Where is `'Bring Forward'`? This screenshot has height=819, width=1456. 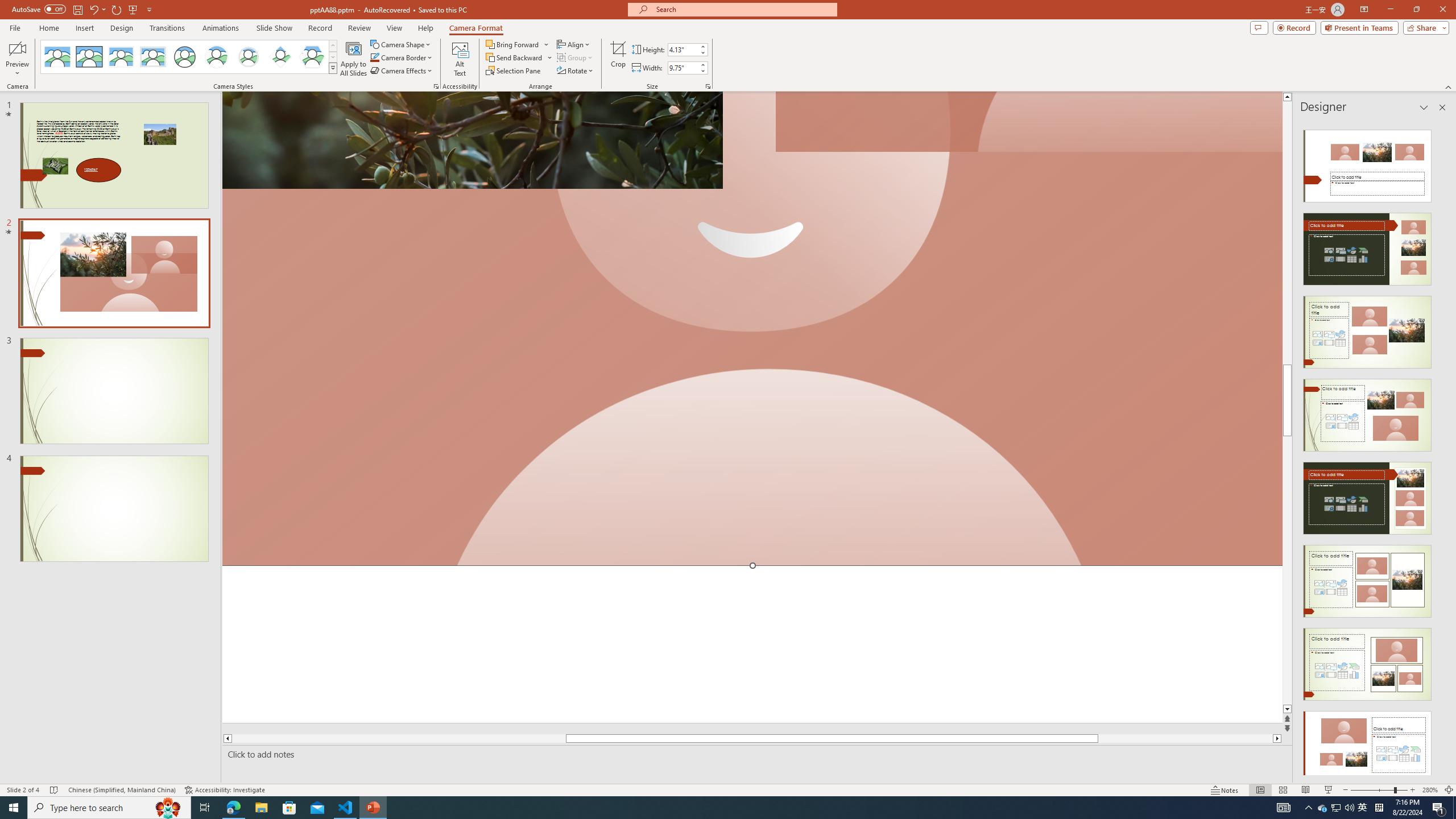
'Bring Forward' is located at coordinates (517, 44).